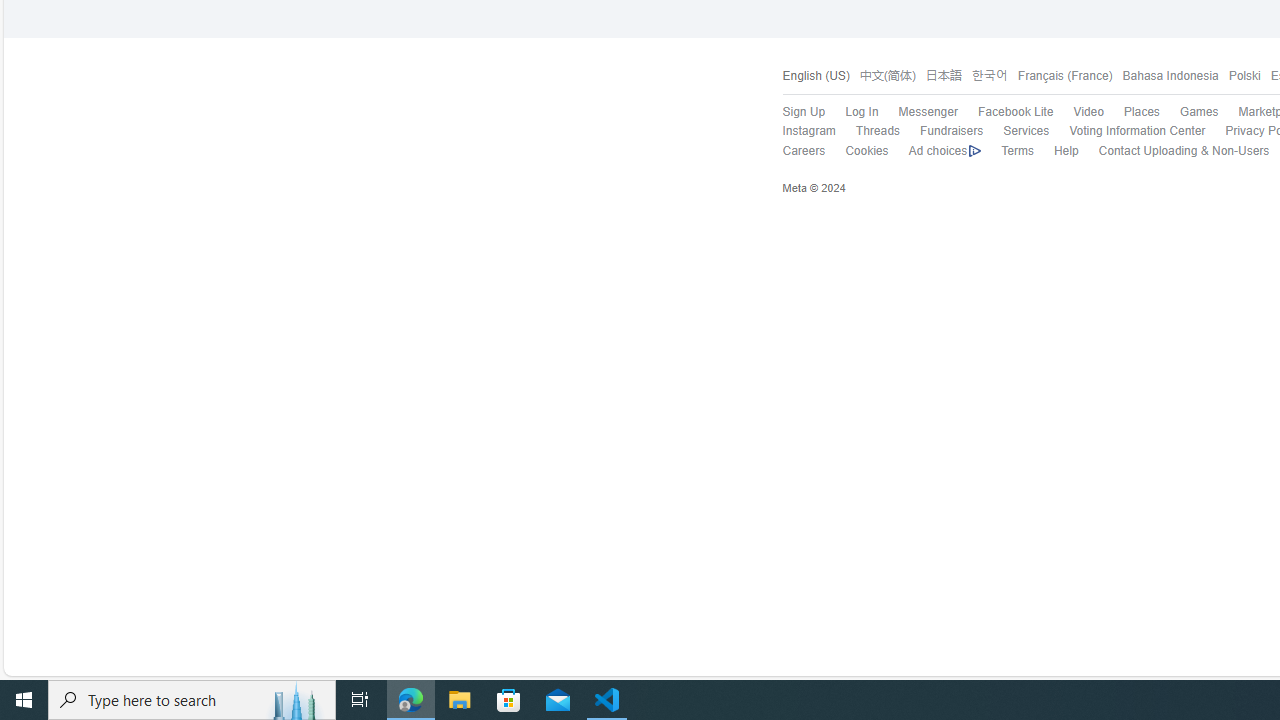 The height and width of the screenshot is (720, 1280). Describe the element at coordinates (1026, 131) in the screenshot. I see `'Services'` at that location.